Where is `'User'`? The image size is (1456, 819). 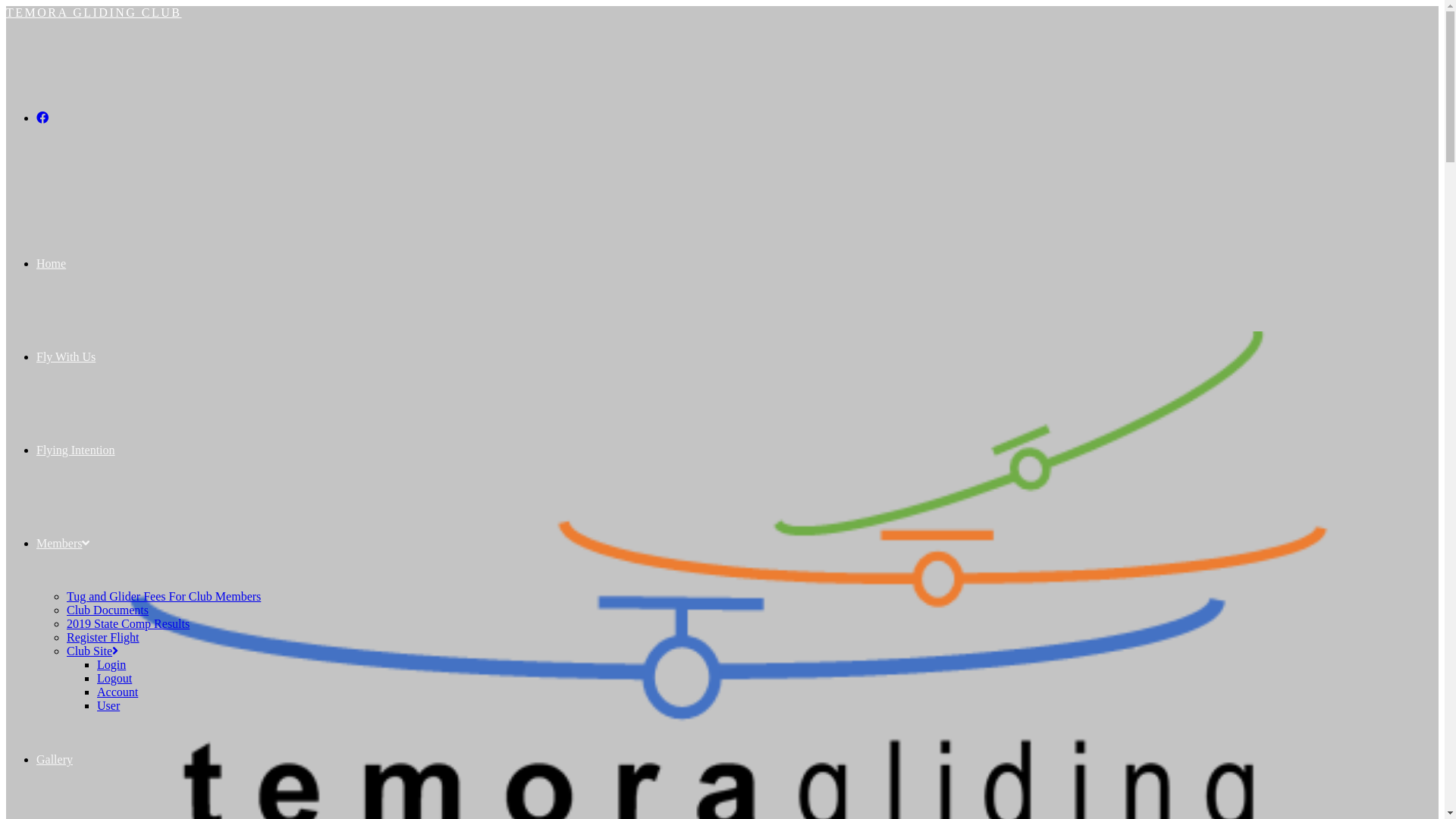 'User' is located at coordinates (96, 705).